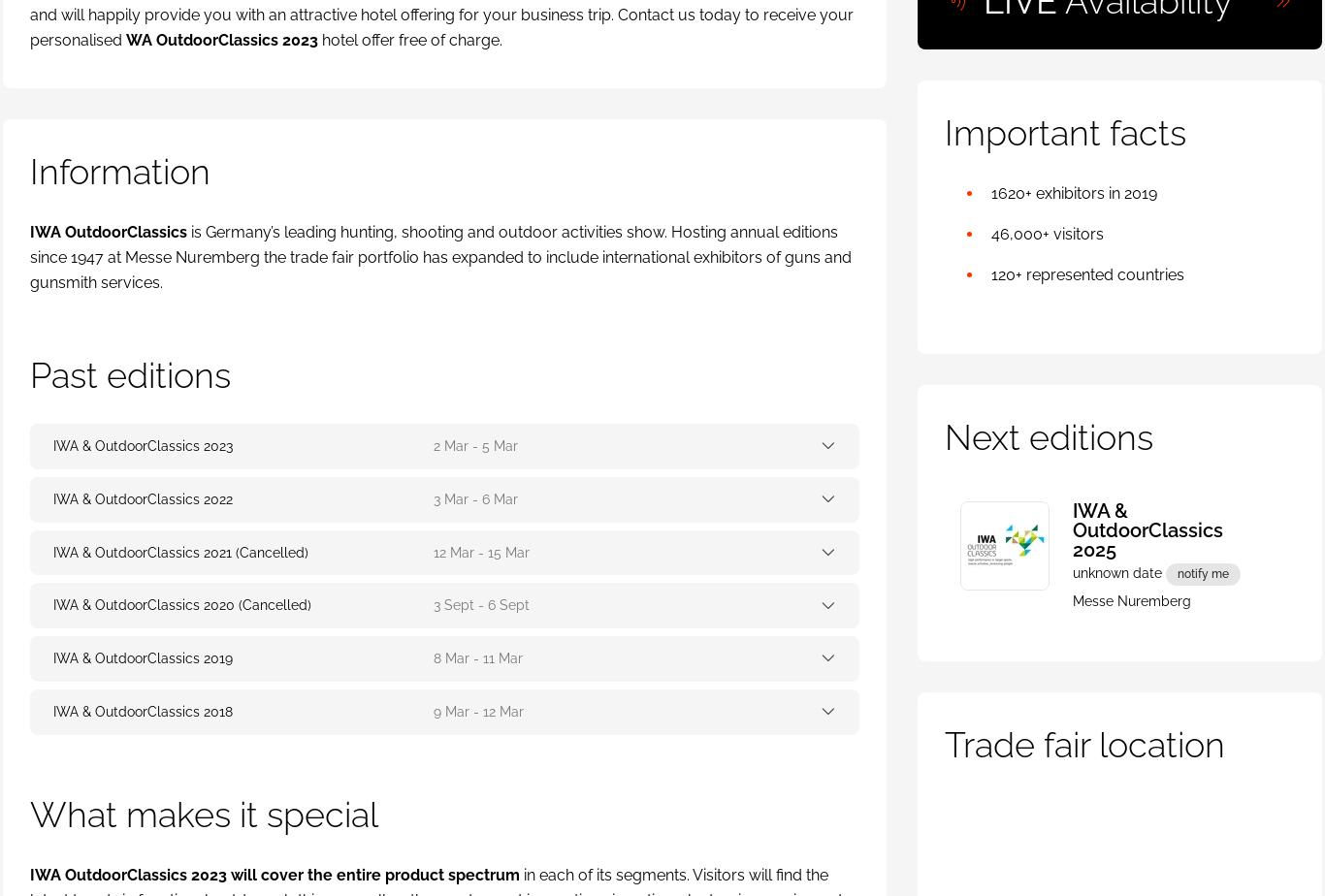 This screenshot has width=1325, height=896. I want to click on 'ExpoBeds', so click(263, 789).